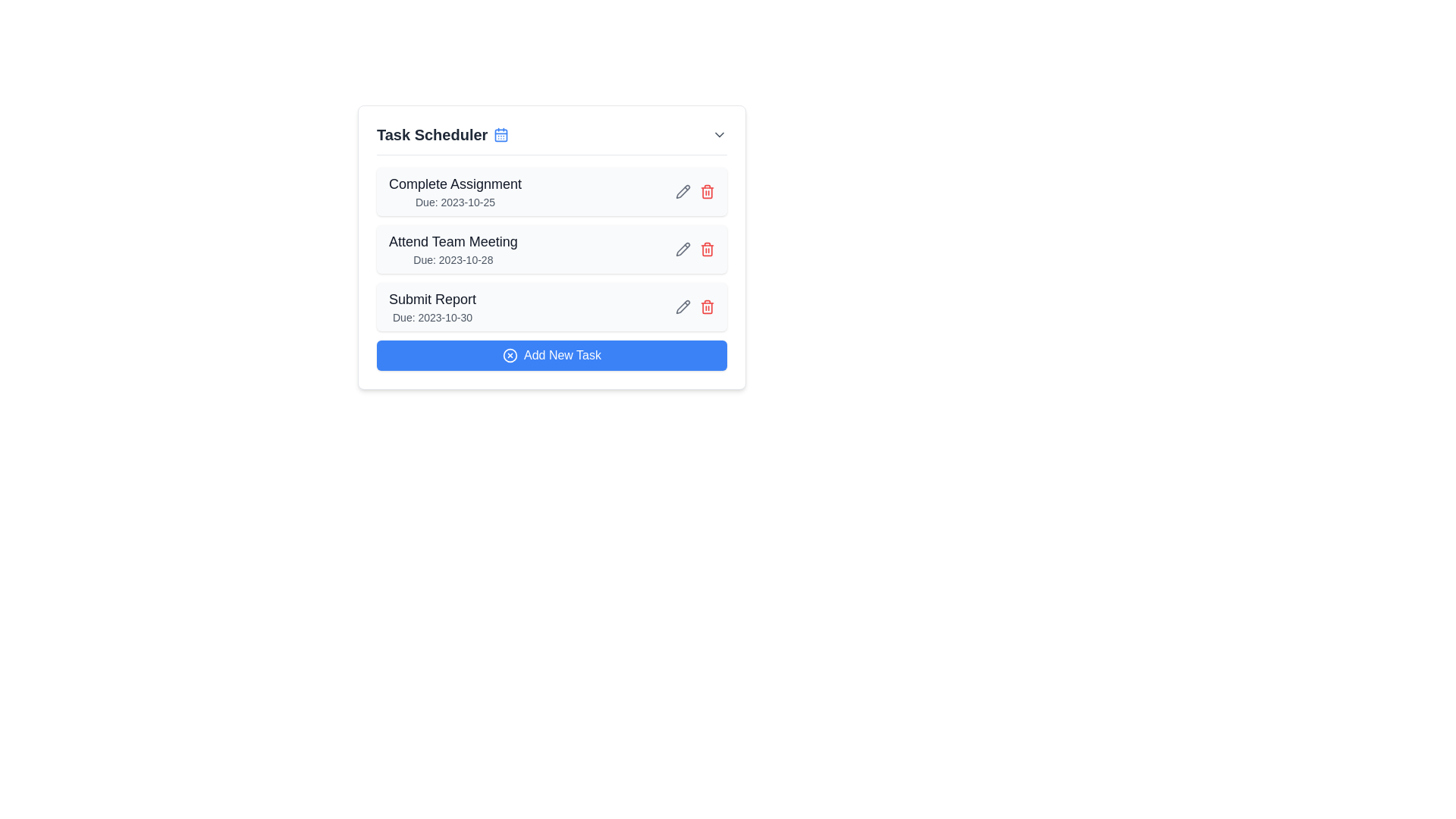 The image size is (1456, 819). What do you see at coordinates (510, 356) in the screenshot?
I see `the 'Add New Task' button which contains the icon indicating its functionality, located at the center of the button` at bounding box center [510, 356].